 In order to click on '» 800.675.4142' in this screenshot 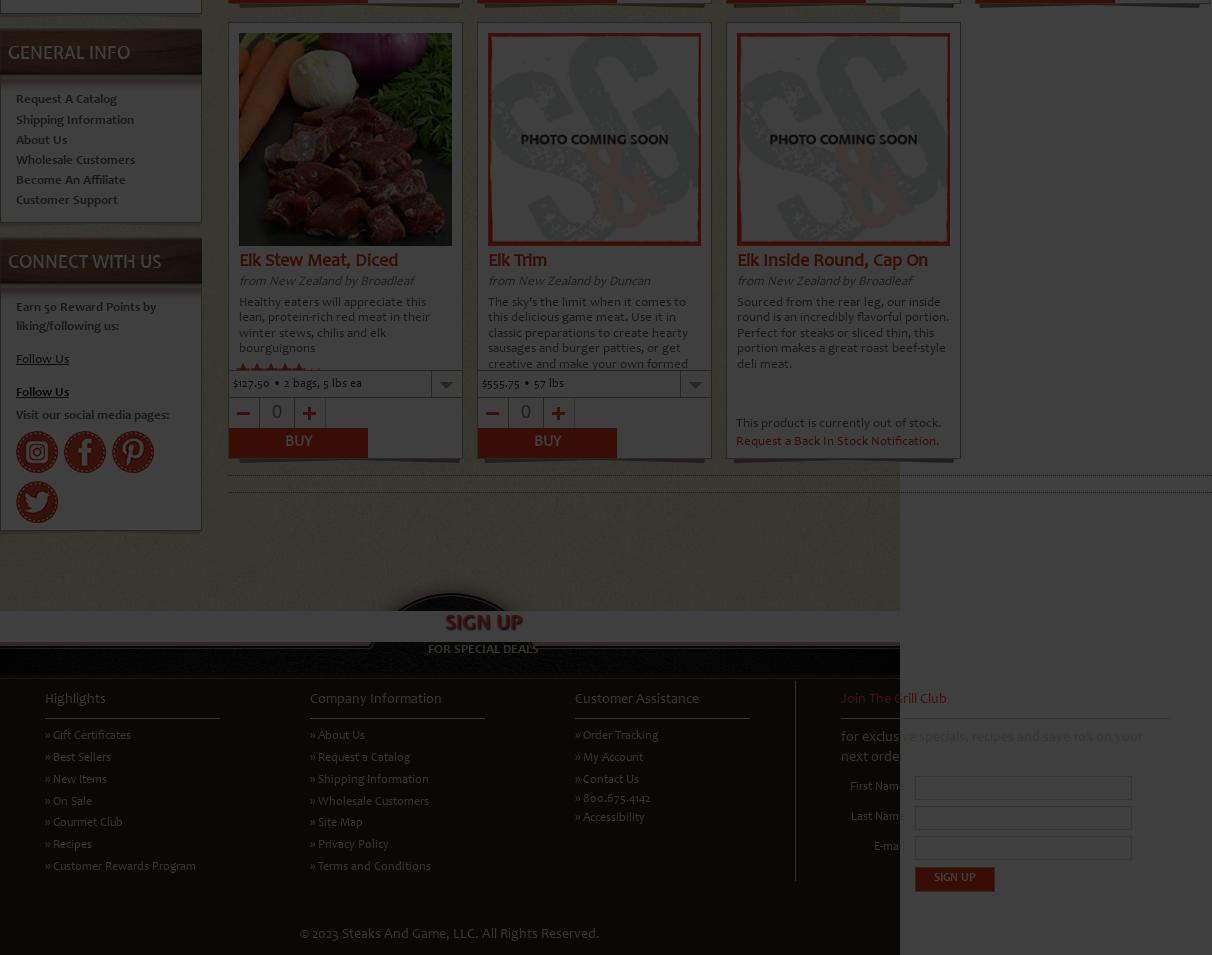, I will do `click(612, 797)`.